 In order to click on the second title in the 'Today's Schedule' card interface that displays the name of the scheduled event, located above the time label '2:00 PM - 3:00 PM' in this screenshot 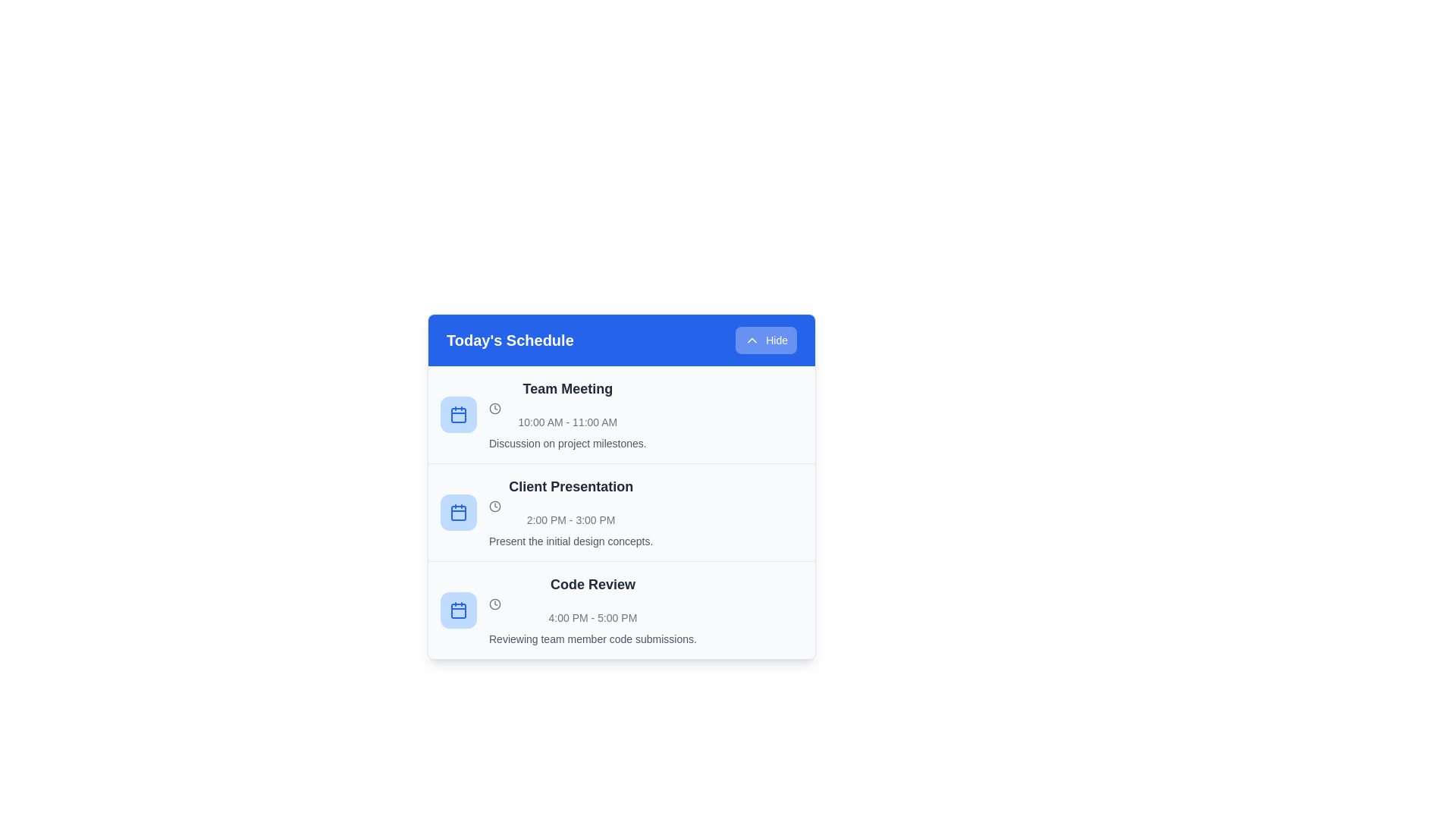, I will do `click(570, 486)`.